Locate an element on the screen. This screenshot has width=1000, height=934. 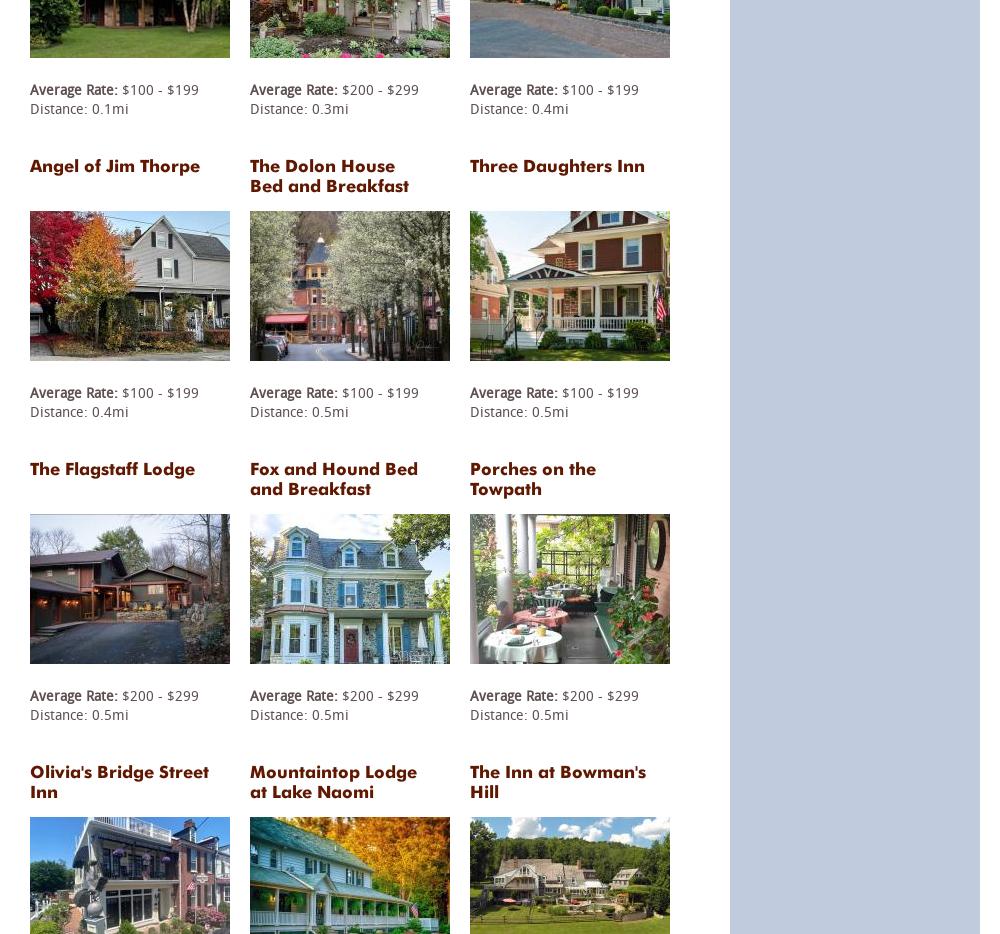
'Distance: 0.1mi' is located at coordinates (78, 106).